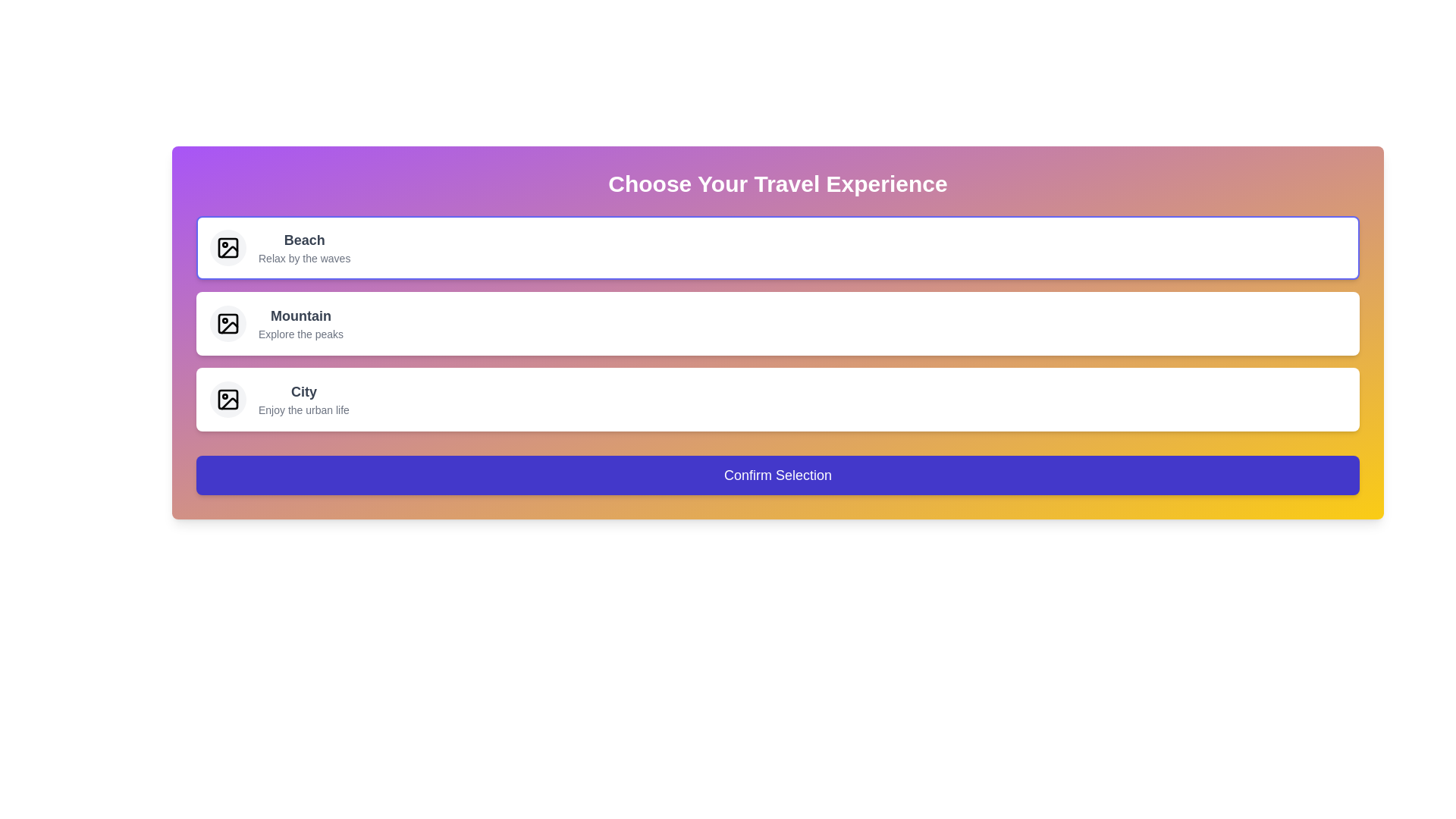 Image resolution: width=1456 pixels, height=819 pixels. What do you see at coordinates (303, 399) in the screenshot?
I see `the 'City' text label that displays 'City' in bold, larger dark gray font and 'Enjoy the urban life' in smaller, lighter gray font, located between the 'Mountain' option and 'Confirm Selection' button` at bounding box center [303, 399].